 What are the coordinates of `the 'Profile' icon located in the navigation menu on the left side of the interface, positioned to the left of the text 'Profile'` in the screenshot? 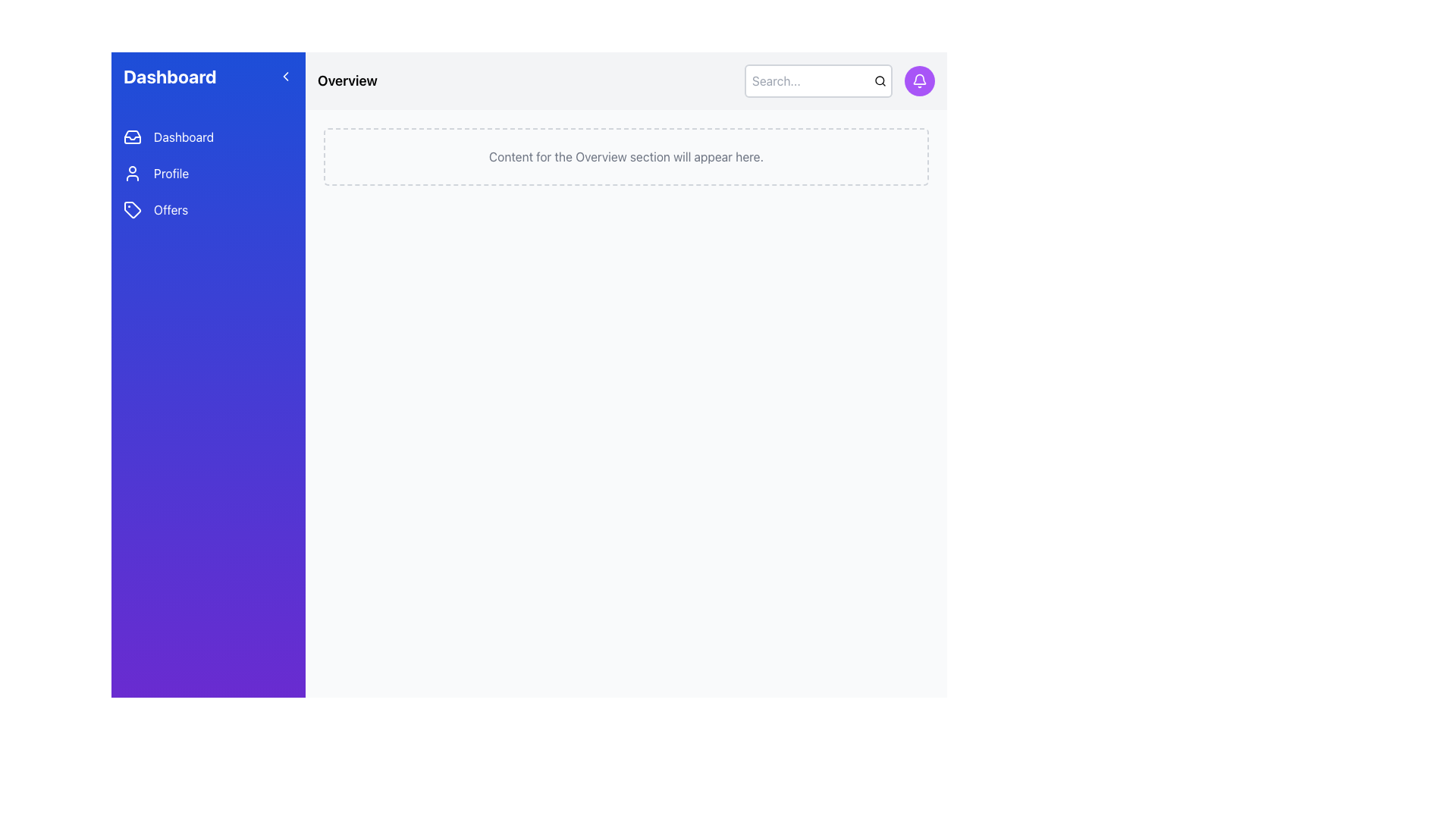 It's located at (132, 172).